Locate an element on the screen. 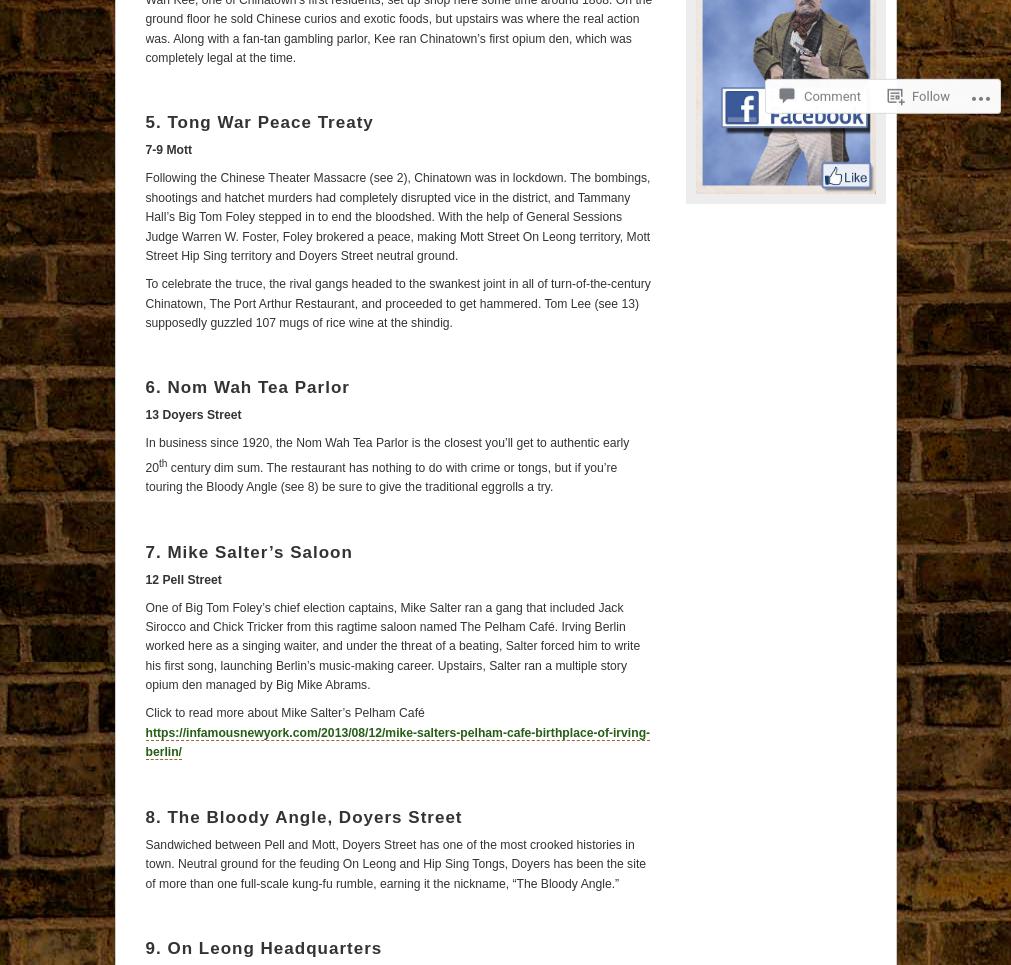 This screenshot has width=1011, height=965. 'In business since 1920, the Nom Wah Tea Parlor is the closest you’ll get to authentic early 20' is located at coordinates (386, 453).